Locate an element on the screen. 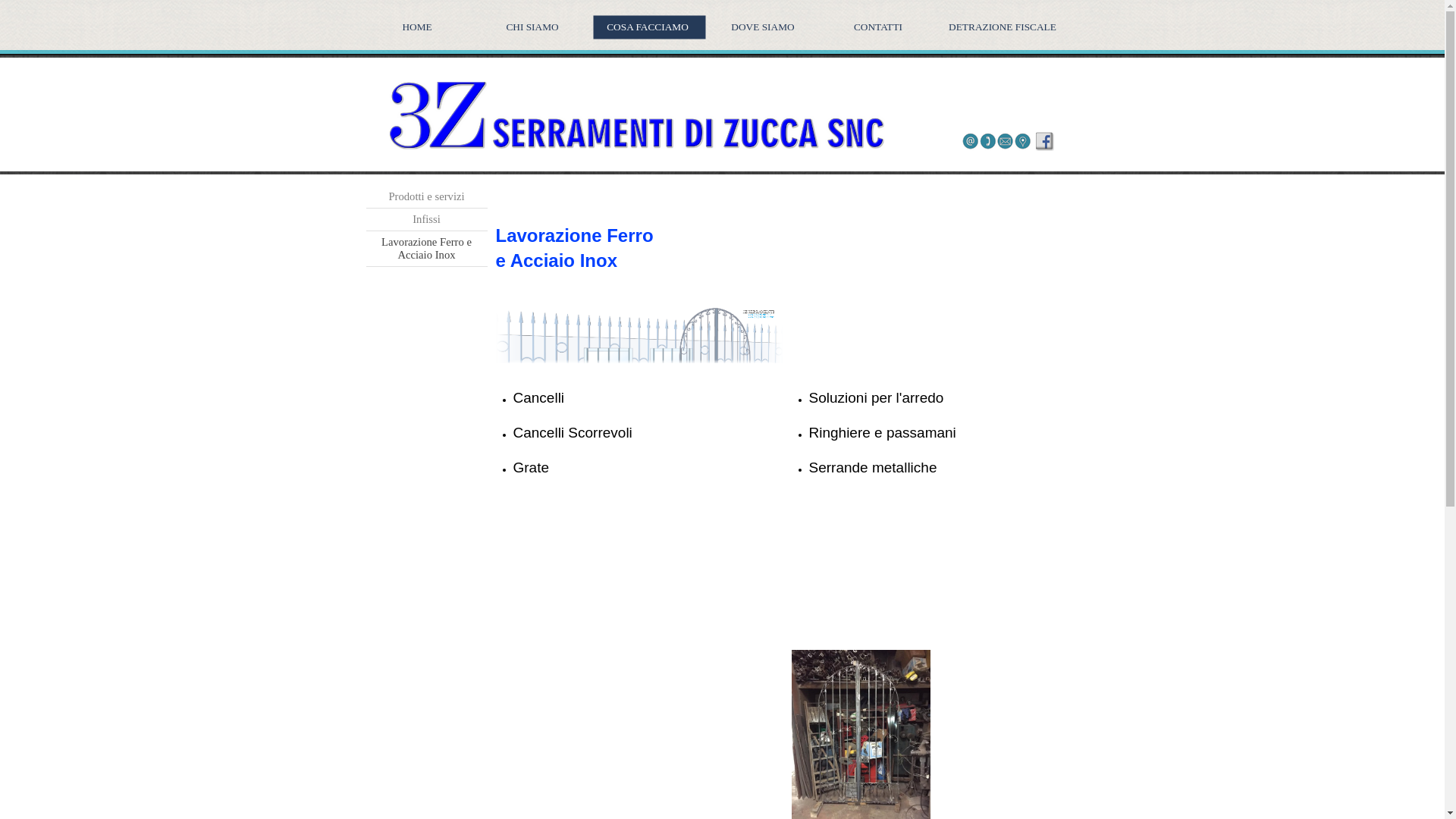 This screenshot has height=819, width=1456. 'DOVE SIAMO' is located at coordinates (764, 27).